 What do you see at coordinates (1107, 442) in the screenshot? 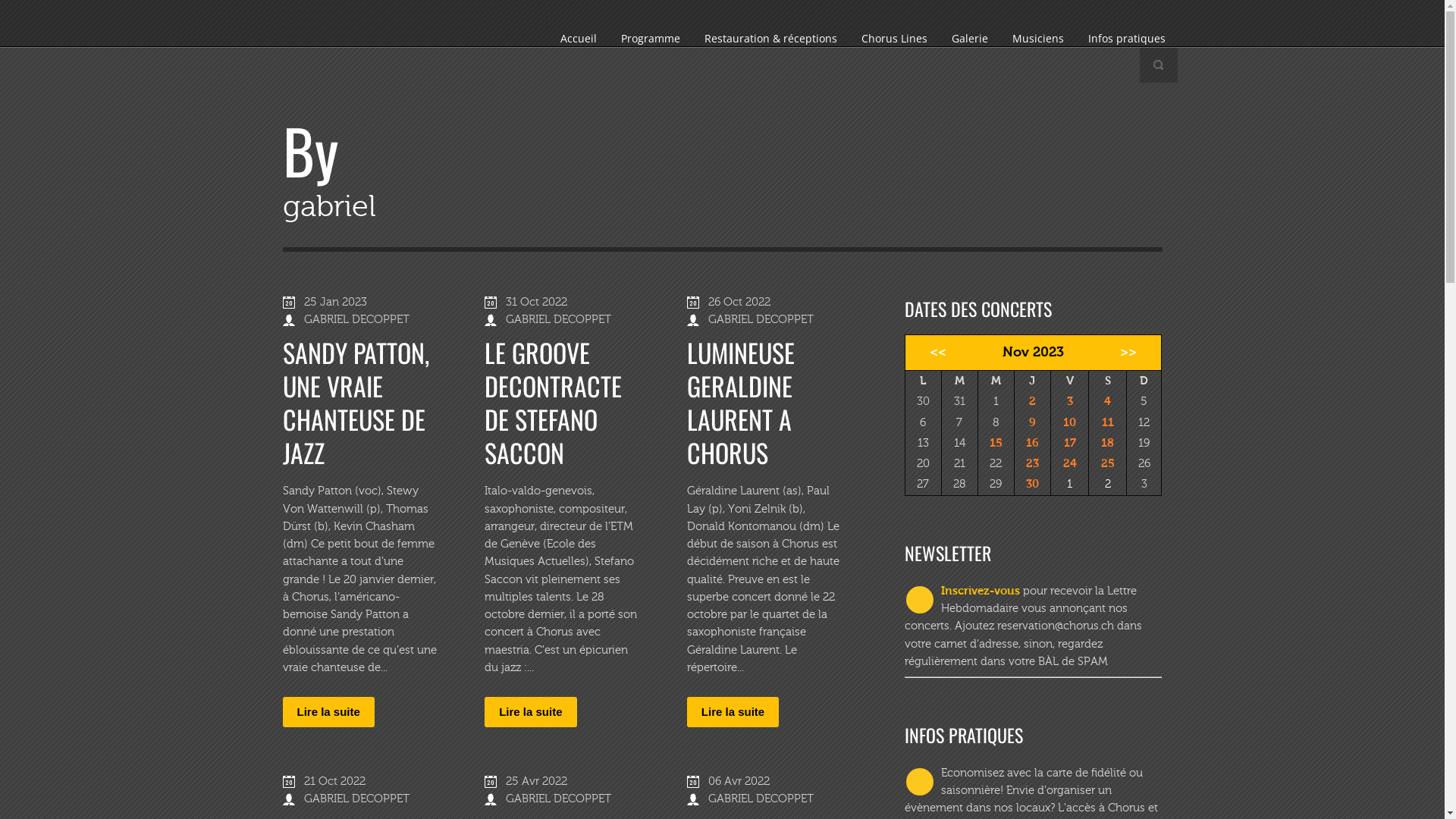
I see `'18'` at bounding box center [1107, 442].